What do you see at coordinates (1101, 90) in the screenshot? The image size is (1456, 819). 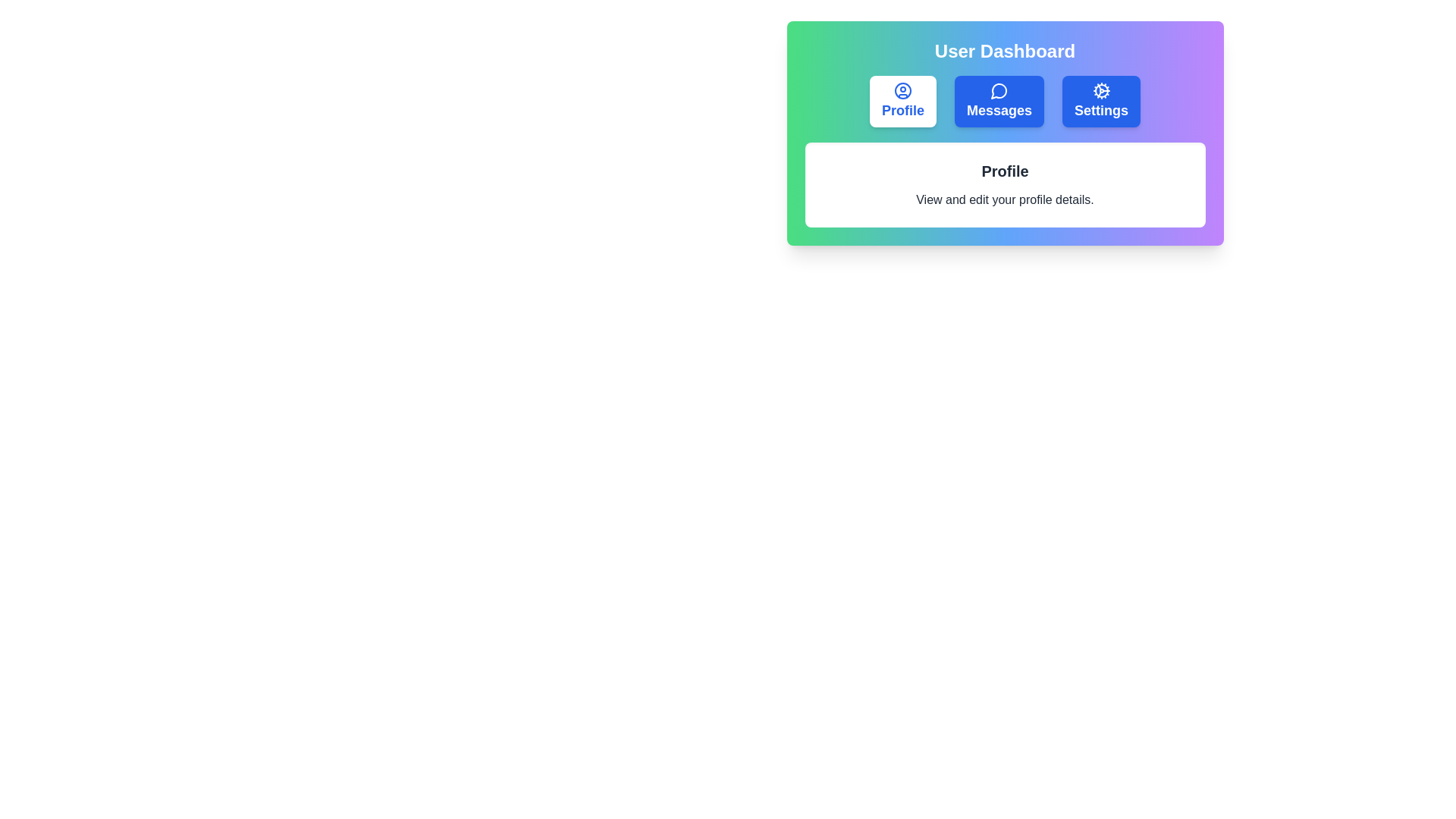 I see `the outer circular part of the cog icon in the Settings section of the User Dashboard` at bounding box center [1101, 90].